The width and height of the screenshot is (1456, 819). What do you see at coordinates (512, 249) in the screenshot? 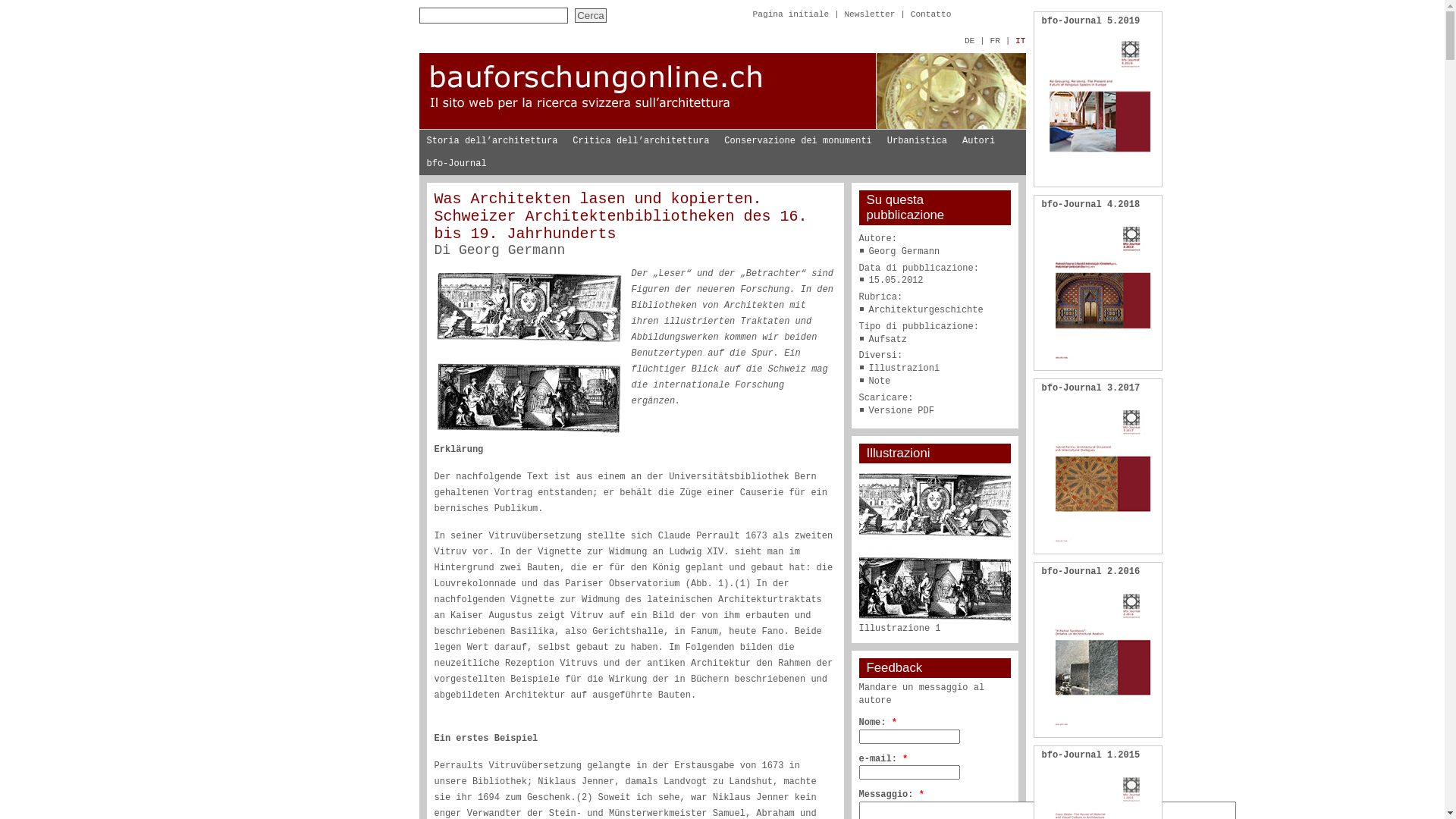
I see `'Georg Germann'` at bounding box center [512, 249].